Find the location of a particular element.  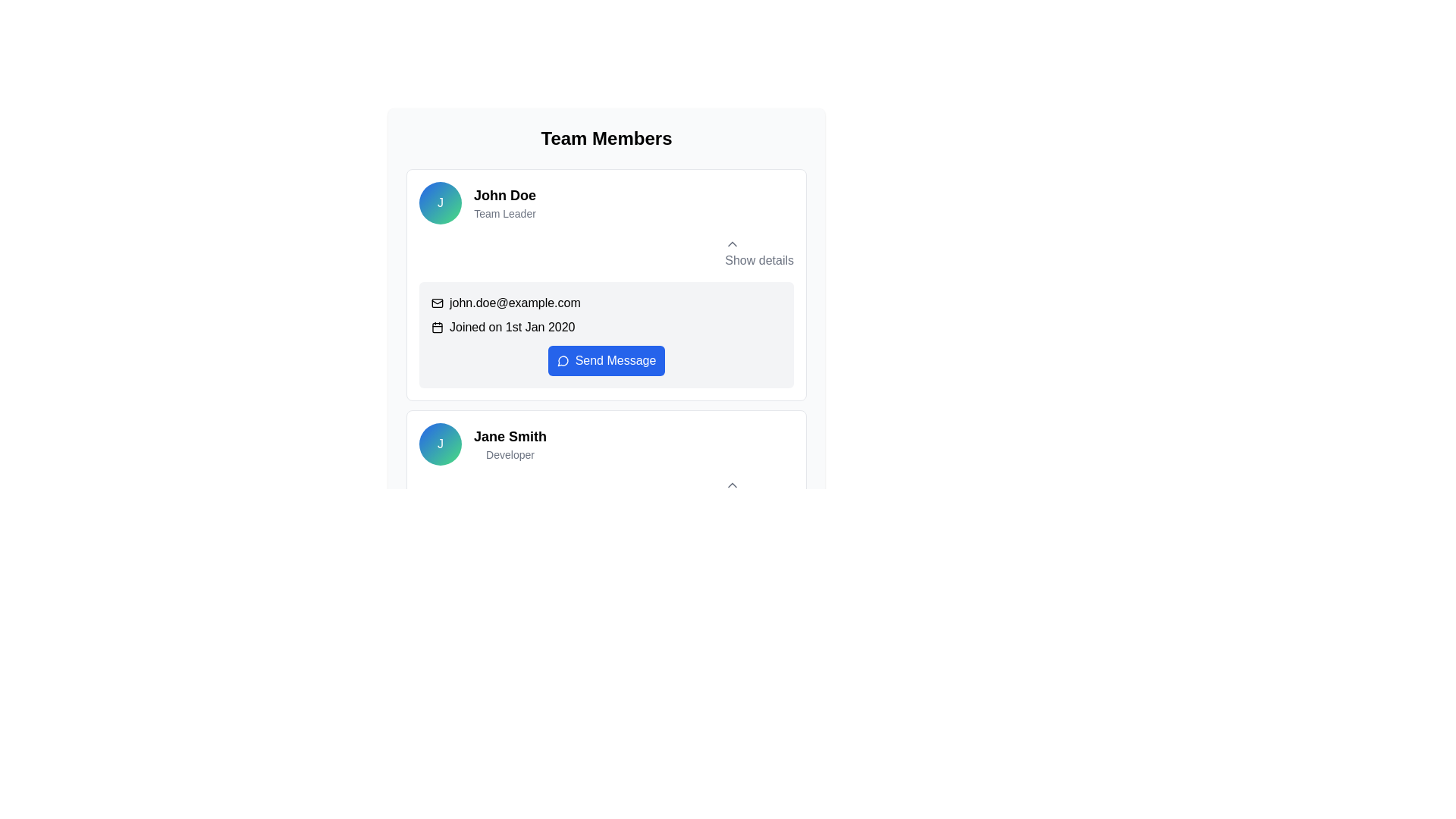

the text label that reads 'Joined on 1st Jan 2020.' which is located under the 'John Doe' member information, adjacent to a calendar icon is located at coordinates (512, 327).